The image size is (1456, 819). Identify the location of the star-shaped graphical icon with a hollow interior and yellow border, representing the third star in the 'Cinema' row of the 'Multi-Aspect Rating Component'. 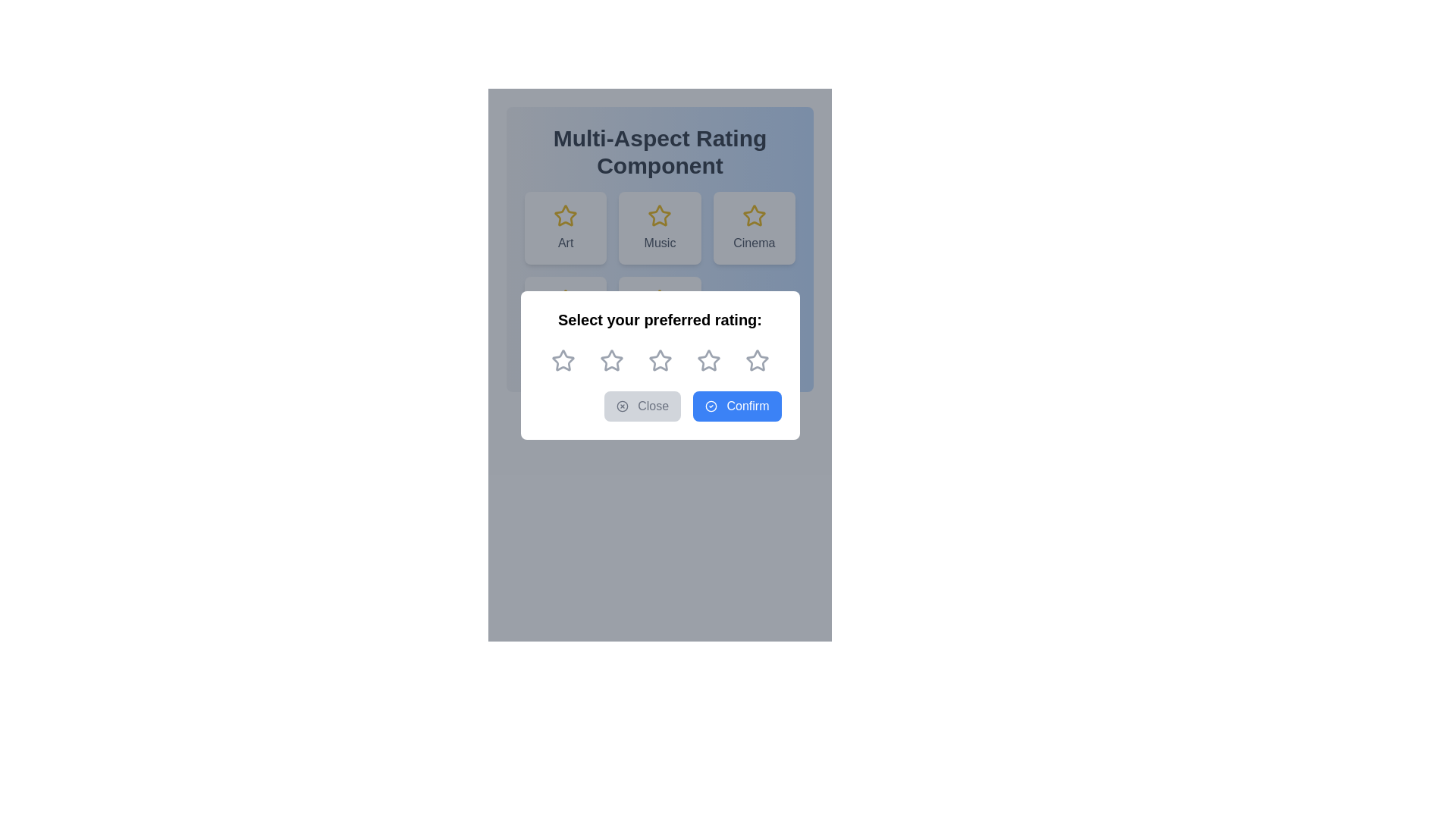
(754, 215).